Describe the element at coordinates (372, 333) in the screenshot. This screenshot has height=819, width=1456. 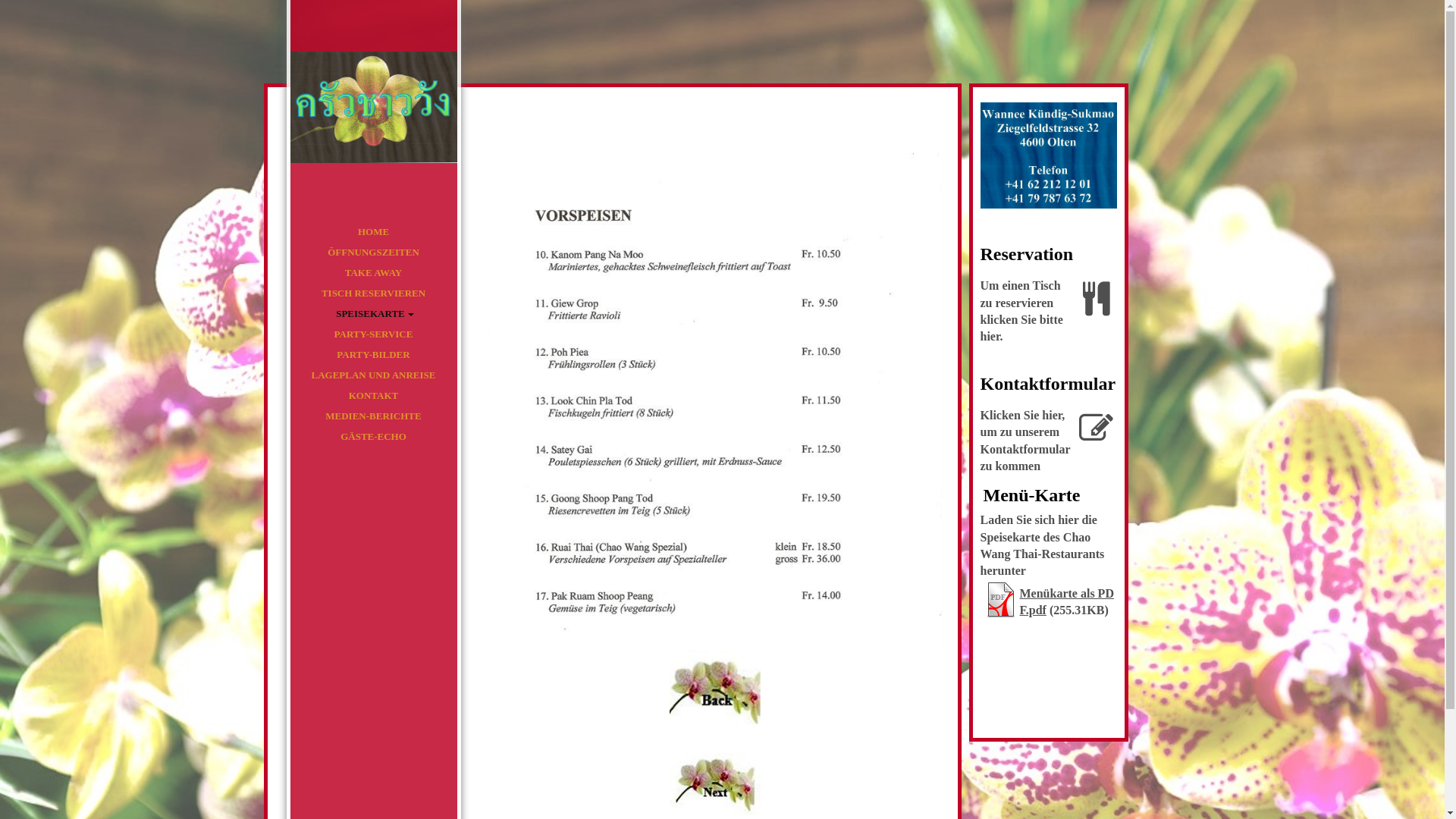
I see `'PARTY-SERVICE'` at that location.